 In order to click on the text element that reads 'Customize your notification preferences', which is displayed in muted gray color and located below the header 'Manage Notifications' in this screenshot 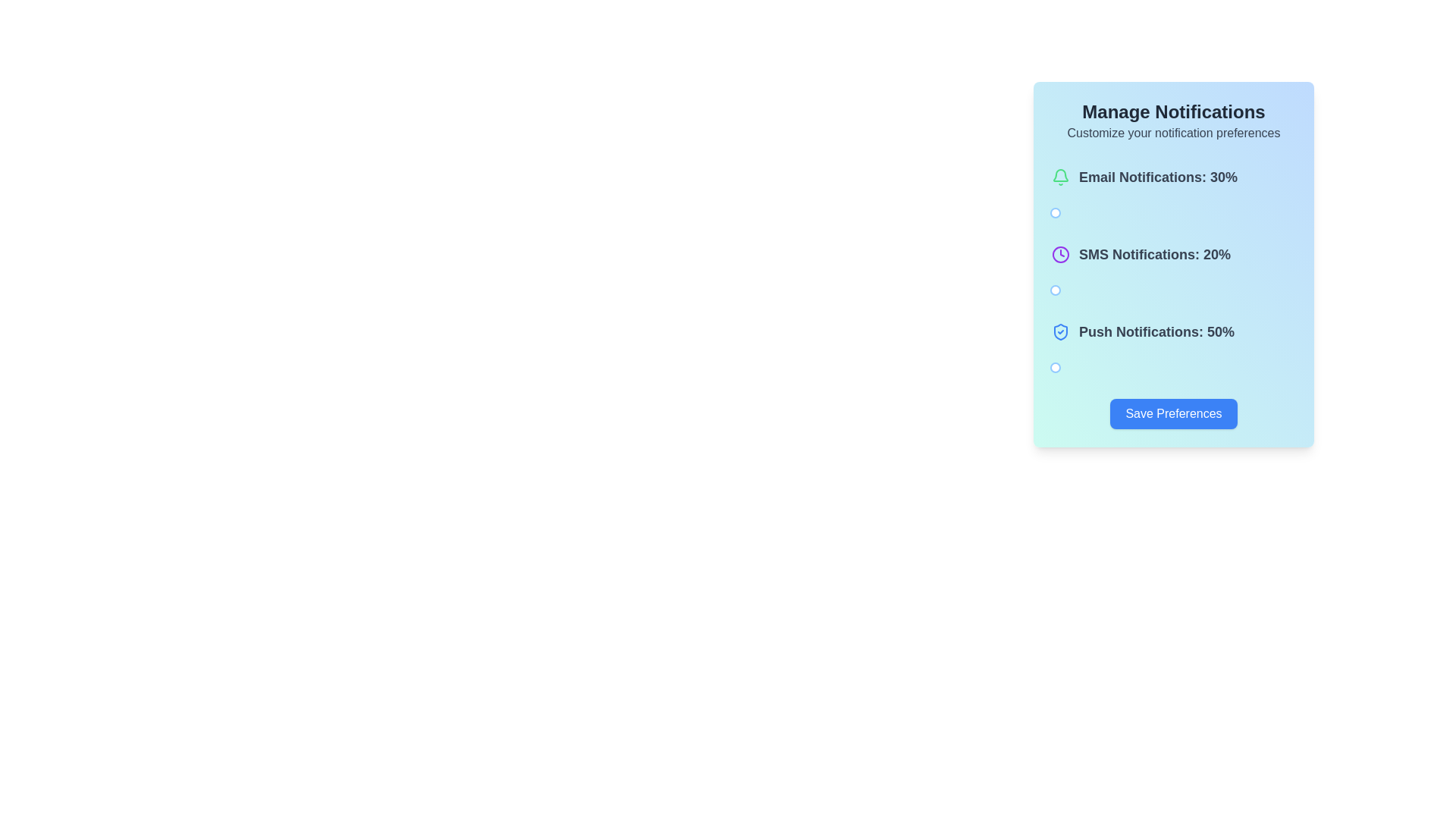, I will do `click(1173, 133)`.